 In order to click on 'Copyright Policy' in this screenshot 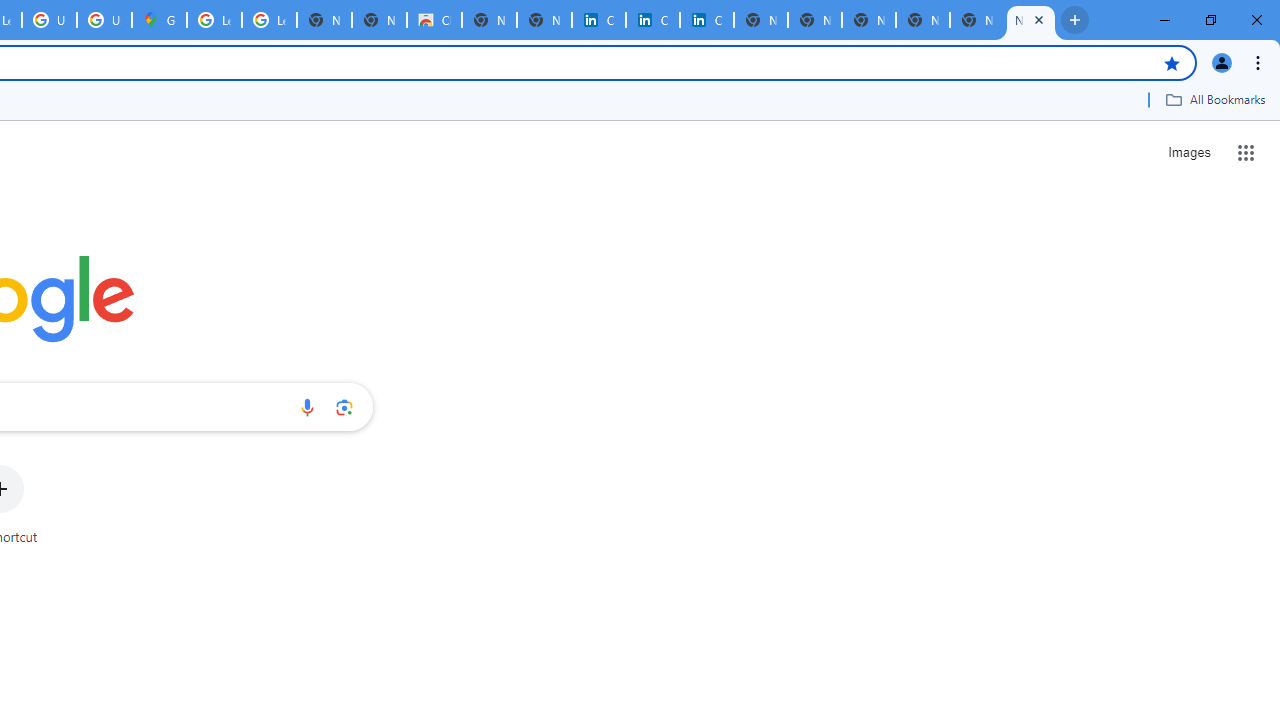, I will do `click(706, 20)`.